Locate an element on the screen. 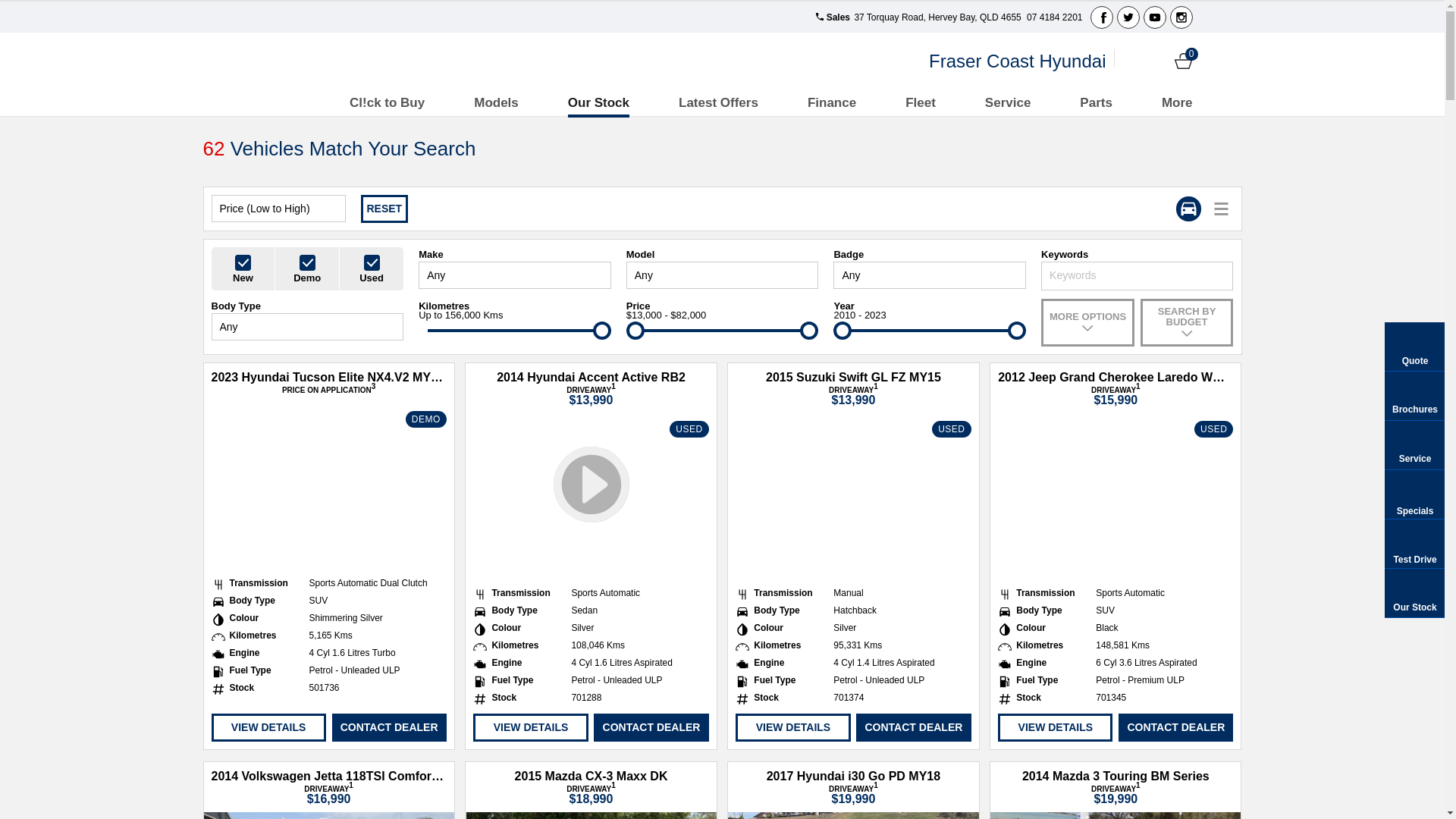 This screenshot has height=819, width=1456. 'DRIVEAWAY1 is located at coordinates (532, 394).